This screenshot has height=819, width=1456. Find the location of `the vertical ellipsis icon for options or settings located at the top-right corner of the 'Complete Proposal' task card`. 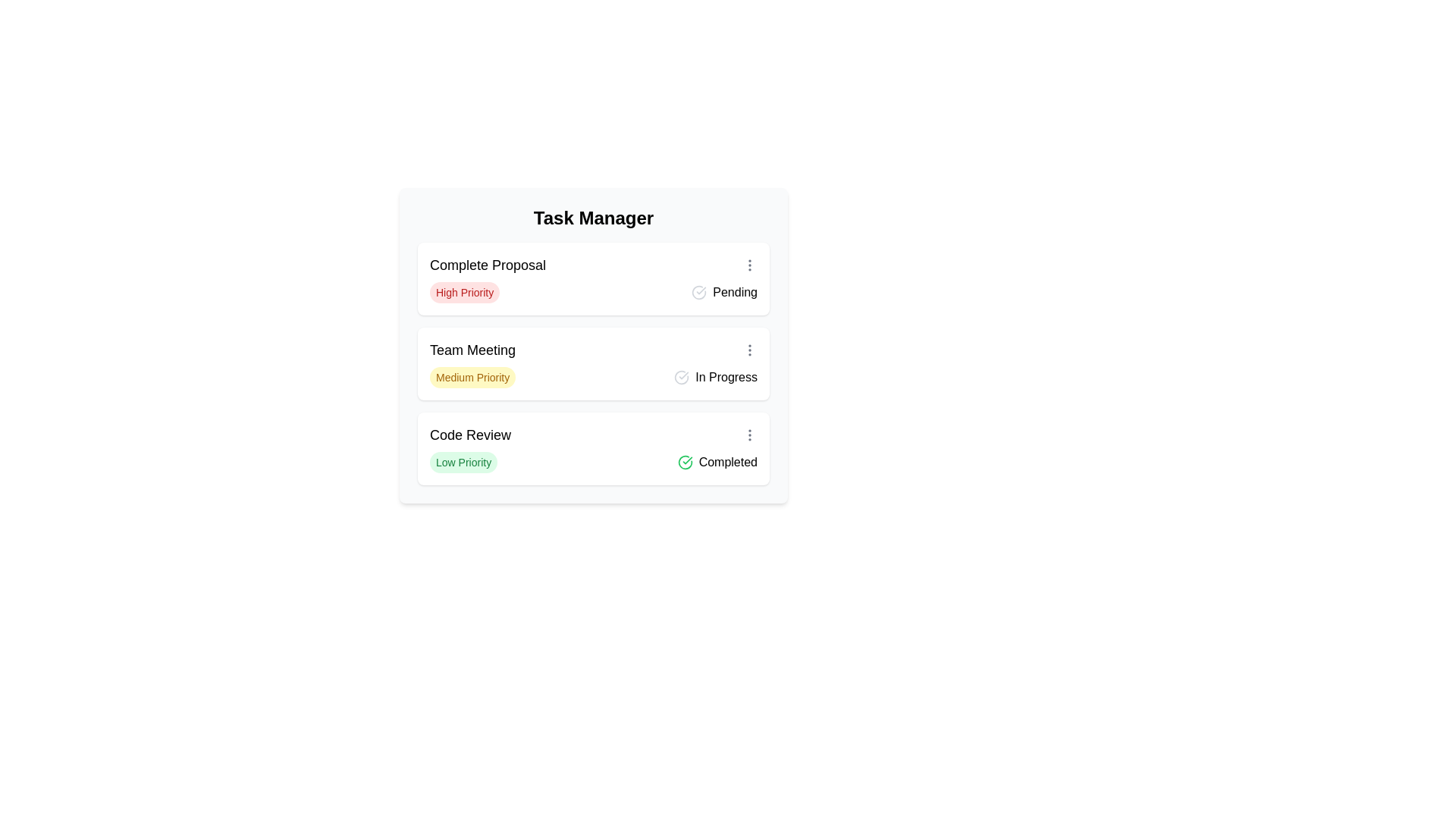

the vertical ellipsis icon for options or settings located at the top-right corner of the 'Complete Proposal' task card is located at coordinates (749, 265).